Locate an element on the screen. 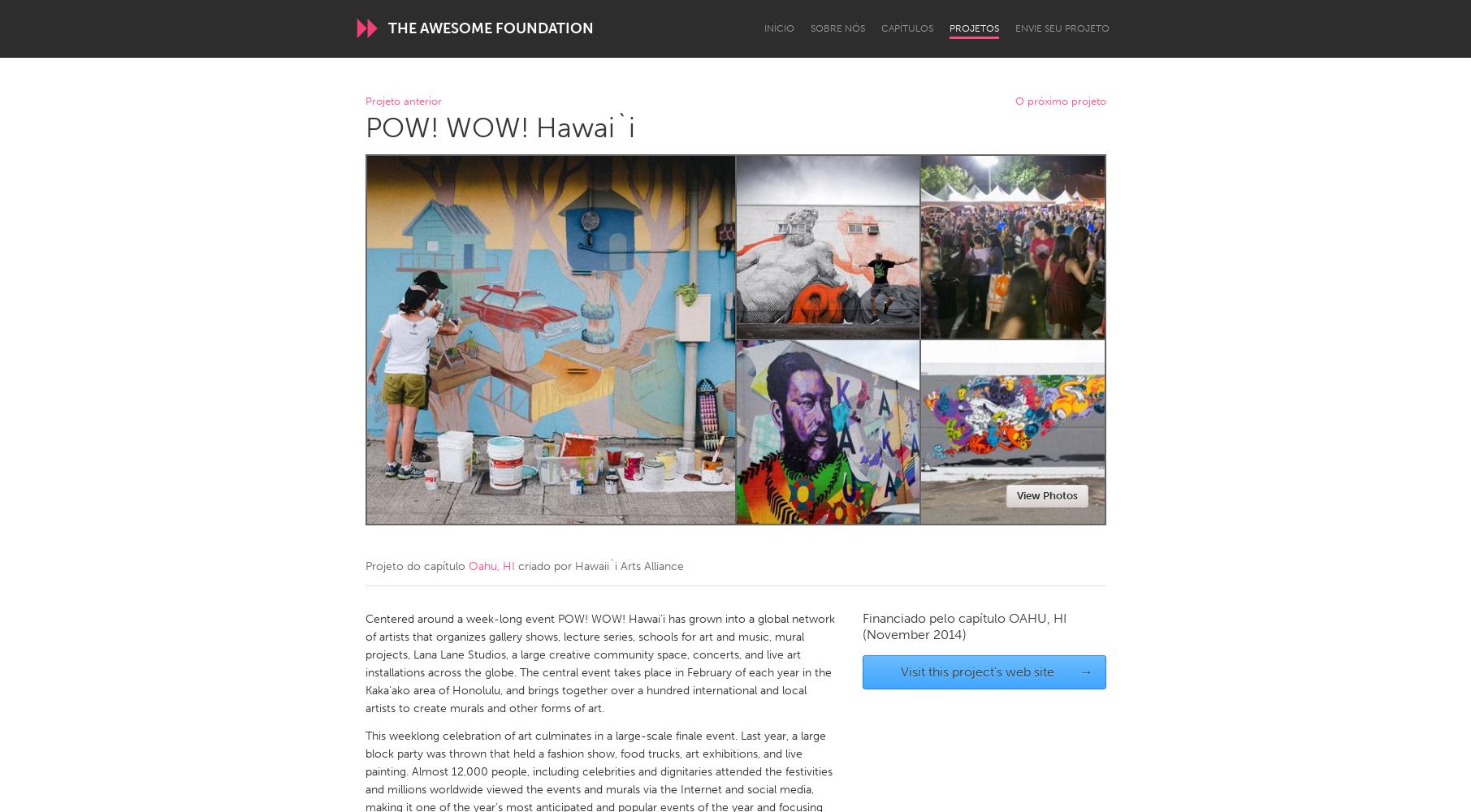  'Projetos' is located at coordinates (947, 28).